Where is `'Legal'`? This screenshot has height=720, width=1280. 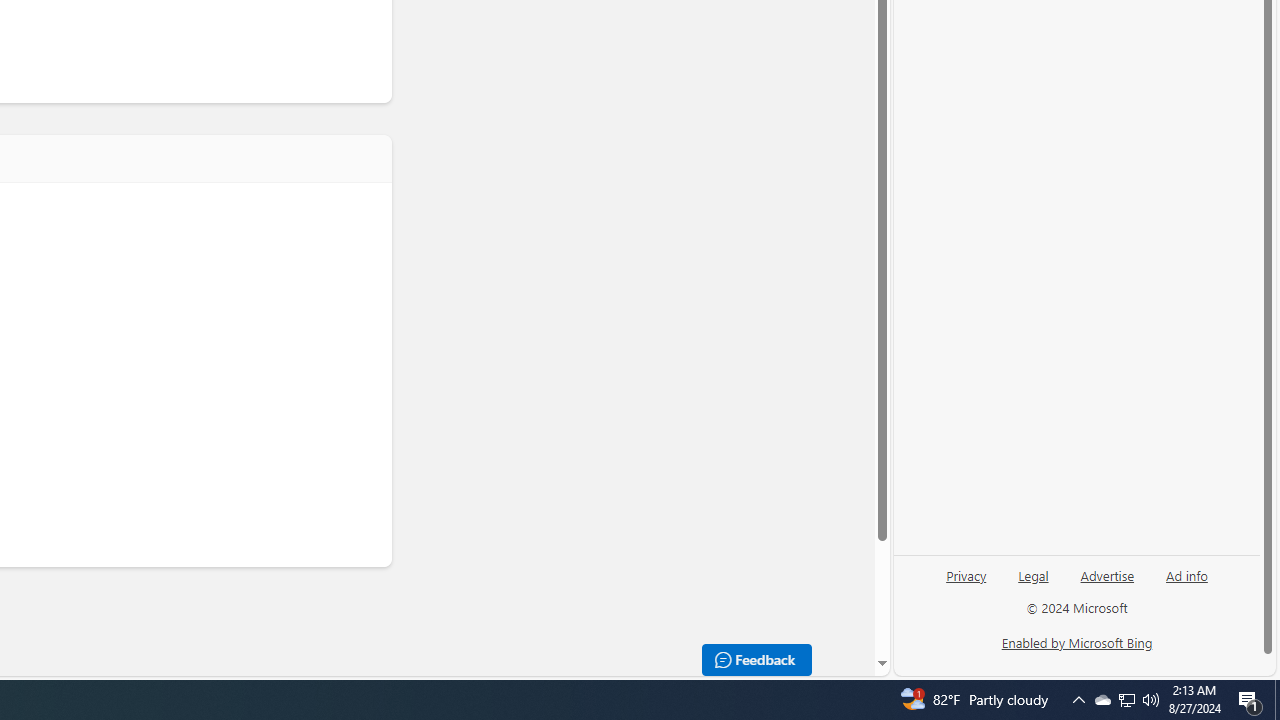
'Legal' is located at coordinates (1033, 583).